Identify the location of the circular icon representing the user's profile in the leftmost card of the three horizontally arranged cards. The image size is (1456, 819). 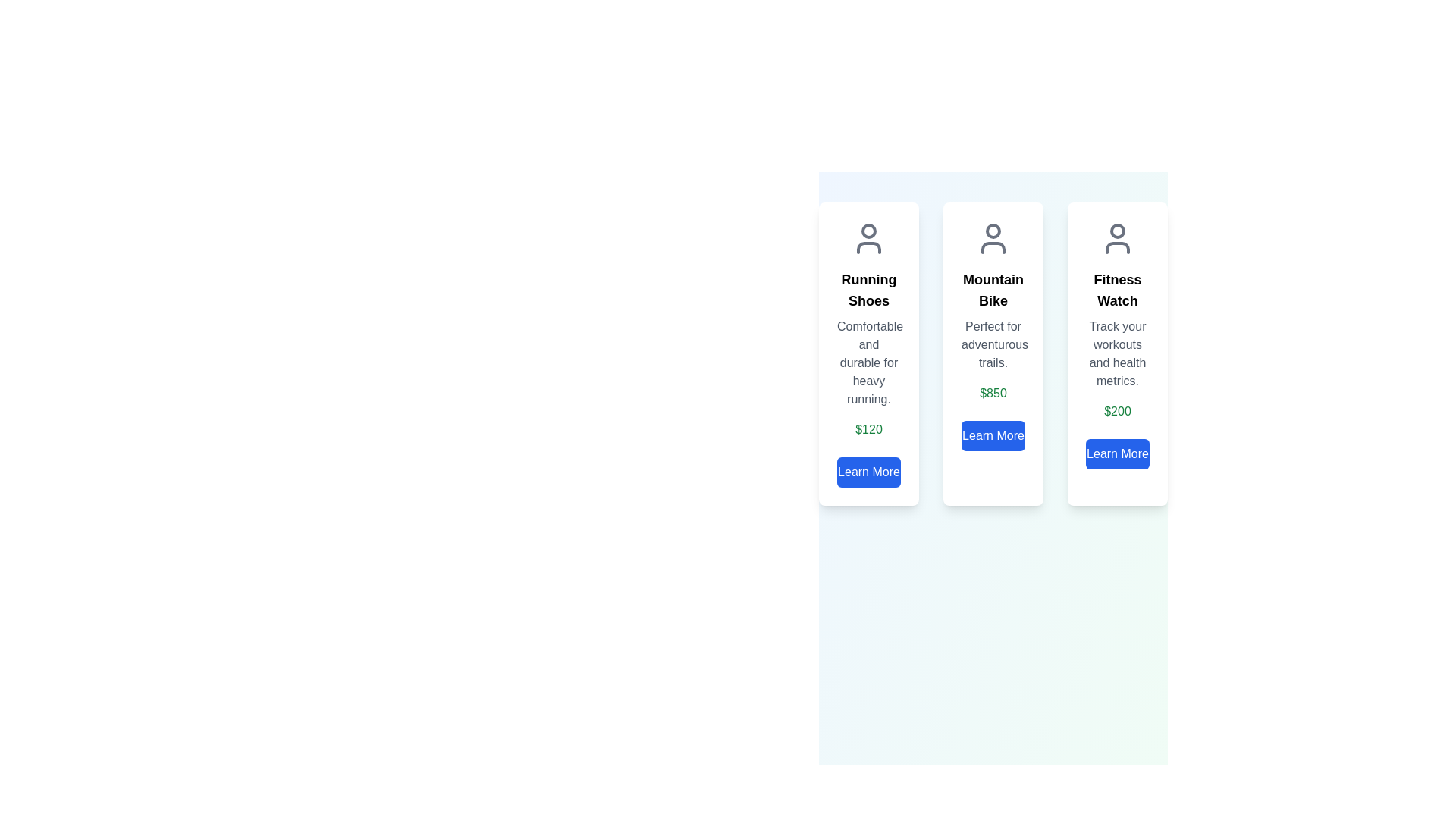
(869, 231).